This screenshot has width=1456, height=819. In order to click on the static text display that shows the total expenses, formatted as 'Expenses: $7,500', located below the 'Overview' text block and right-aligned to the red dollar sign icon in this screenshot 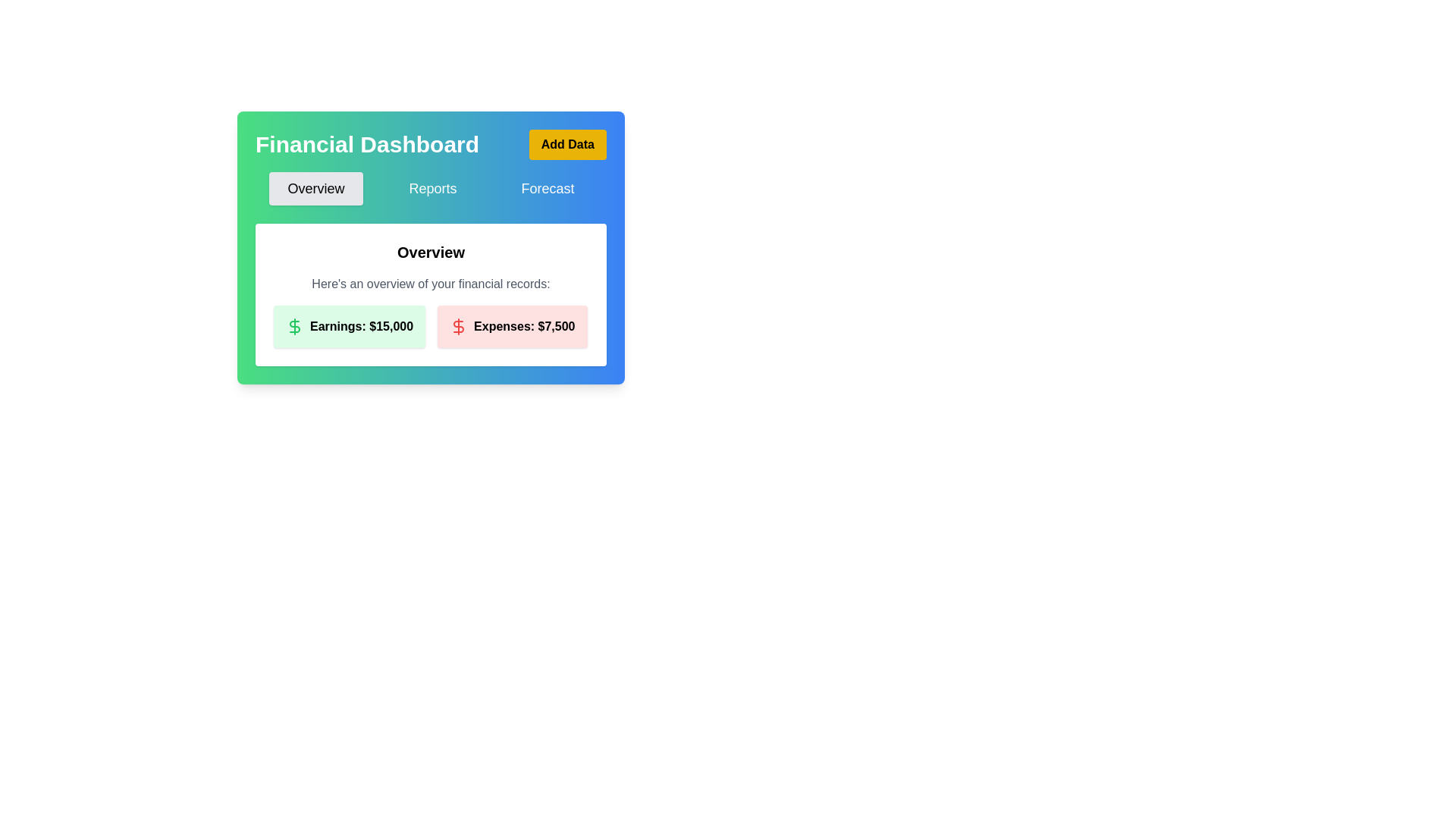, I will do `click(524, 326)`.